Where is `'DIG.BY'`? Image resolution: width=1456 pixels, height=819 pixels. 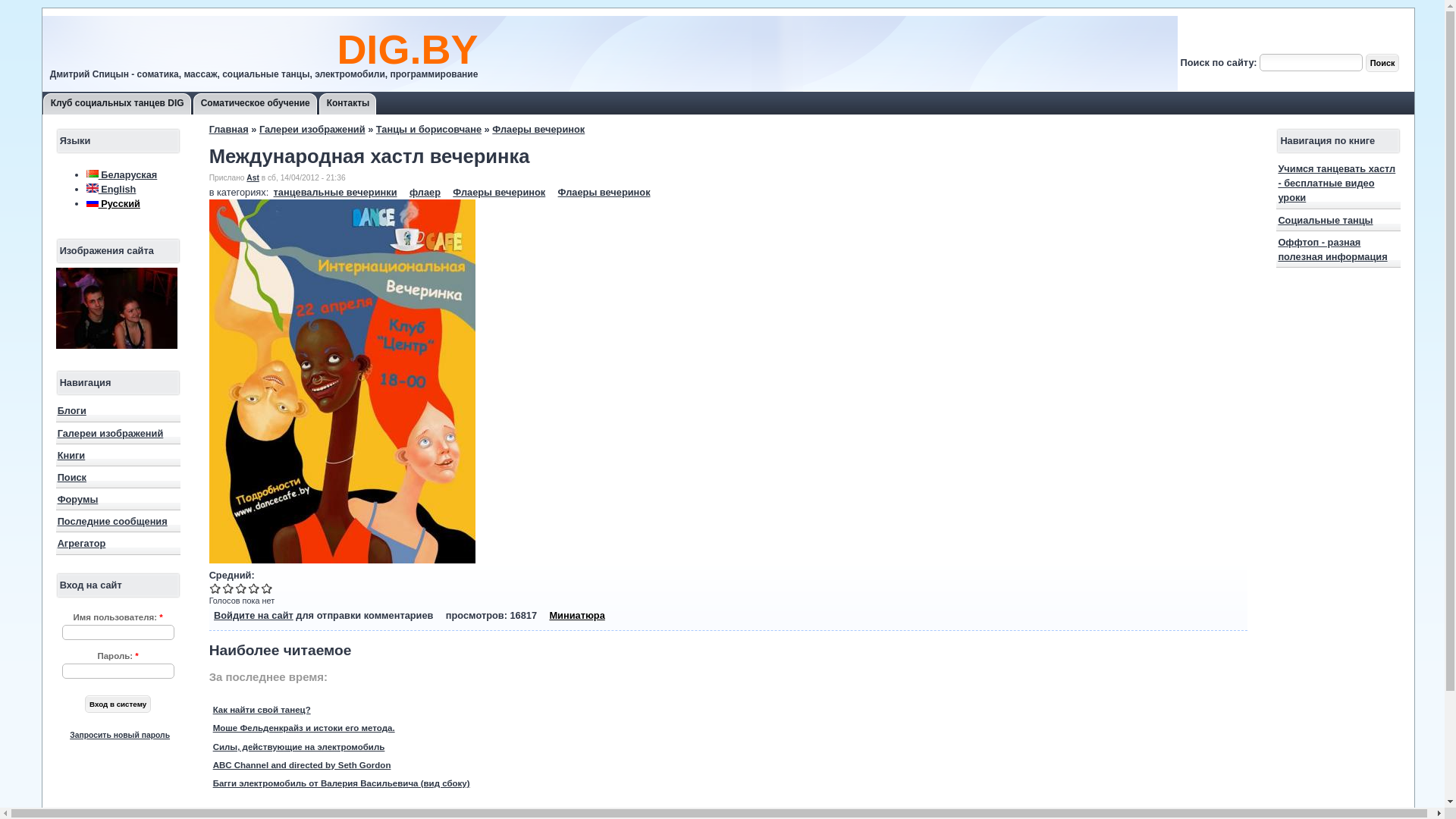 'DIG.BY' is located at coordinates (407, 49).